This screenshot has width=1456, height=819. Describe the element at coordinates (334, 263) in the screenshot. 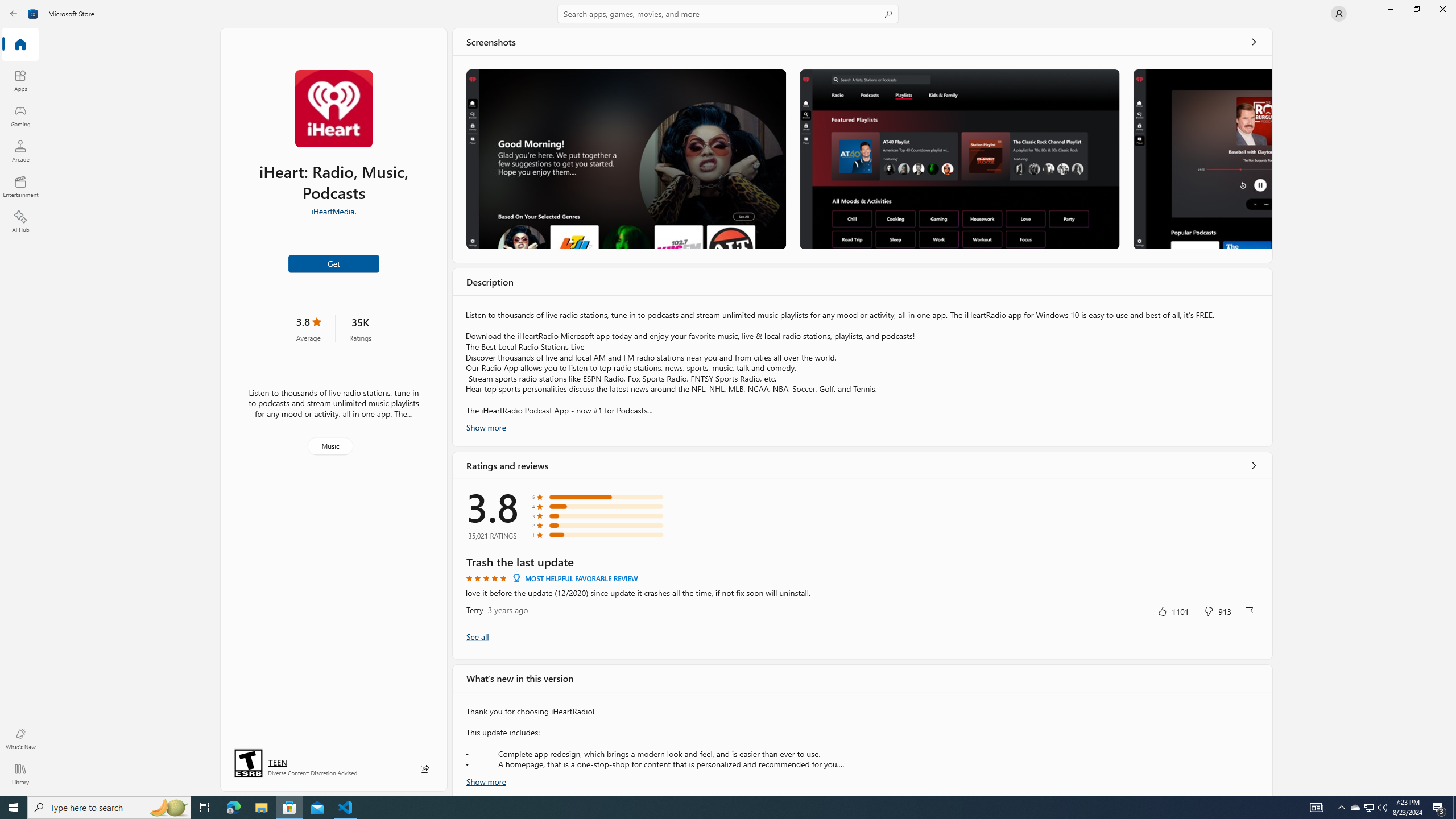

I see `'Get'` at that location.